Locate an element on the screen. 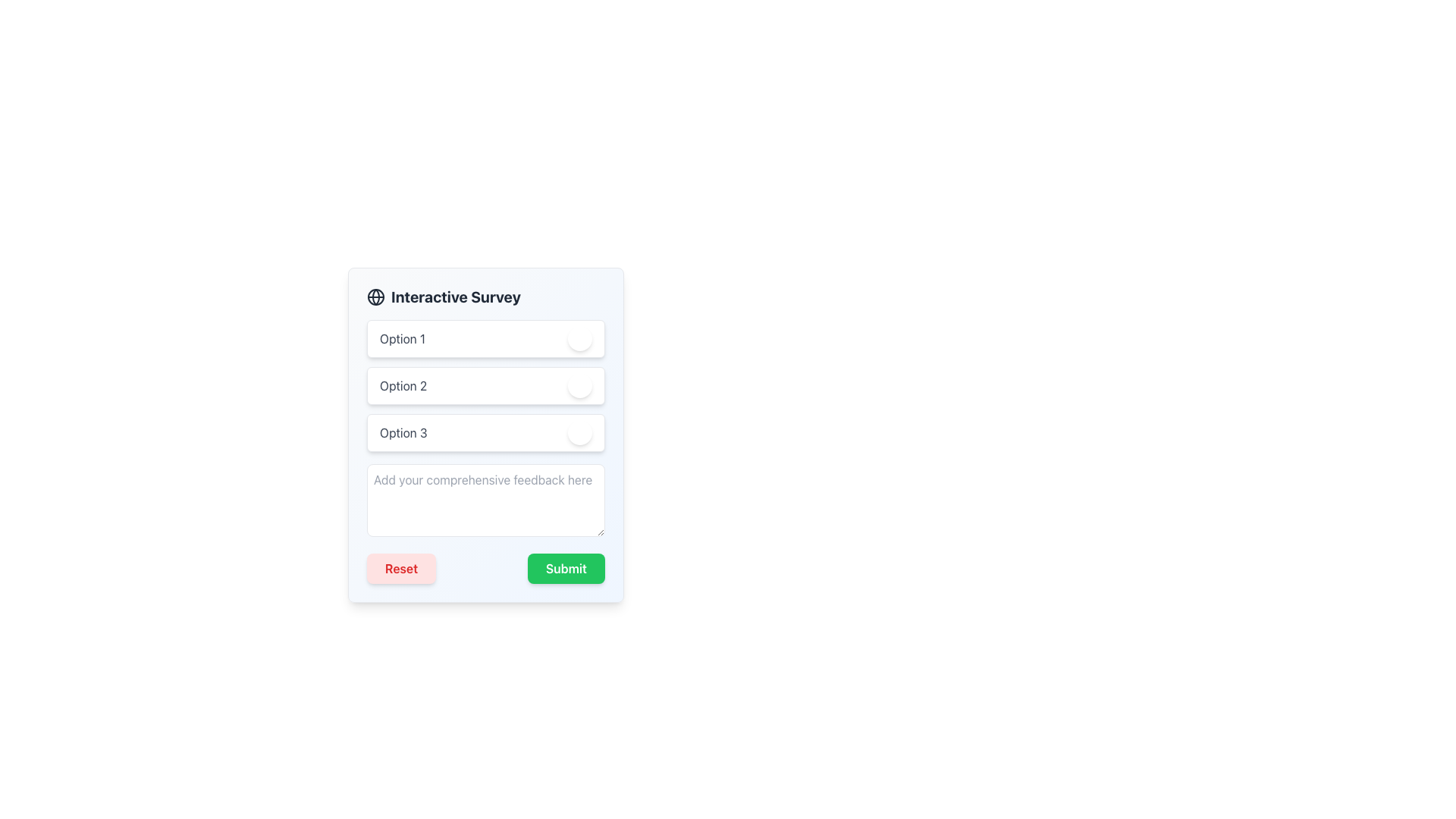 Image resolution: width=1456 pixels, height=819 pixels. the toggle button of the first list item labeled 'Option 1' is located at coordinates (486, 338).